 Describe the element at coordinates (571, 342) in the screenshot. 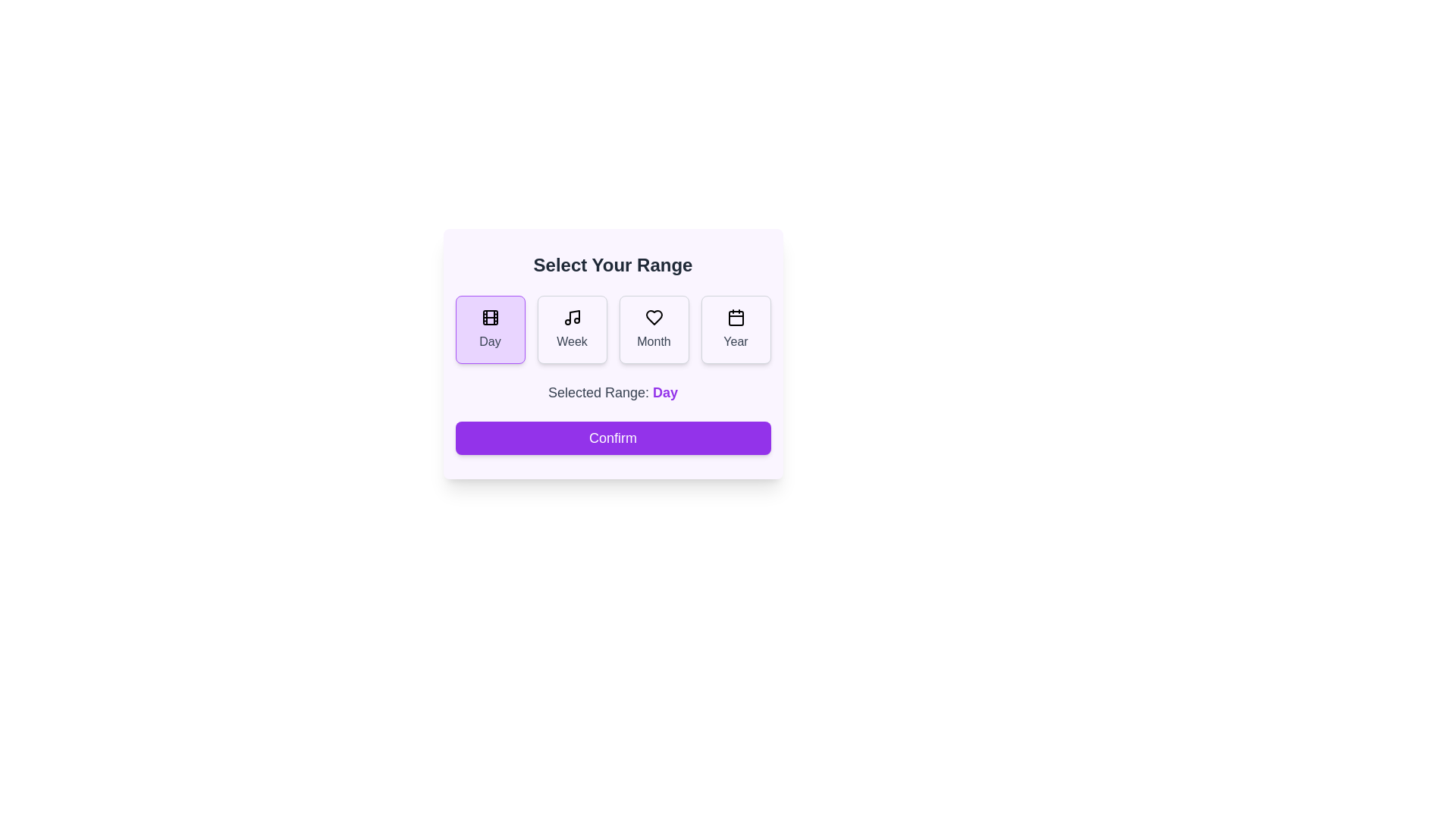

I see `the text content of the label displaying 'Week', which is centrally located in the range selection interface between 'Day' and 'Month'` at that location.